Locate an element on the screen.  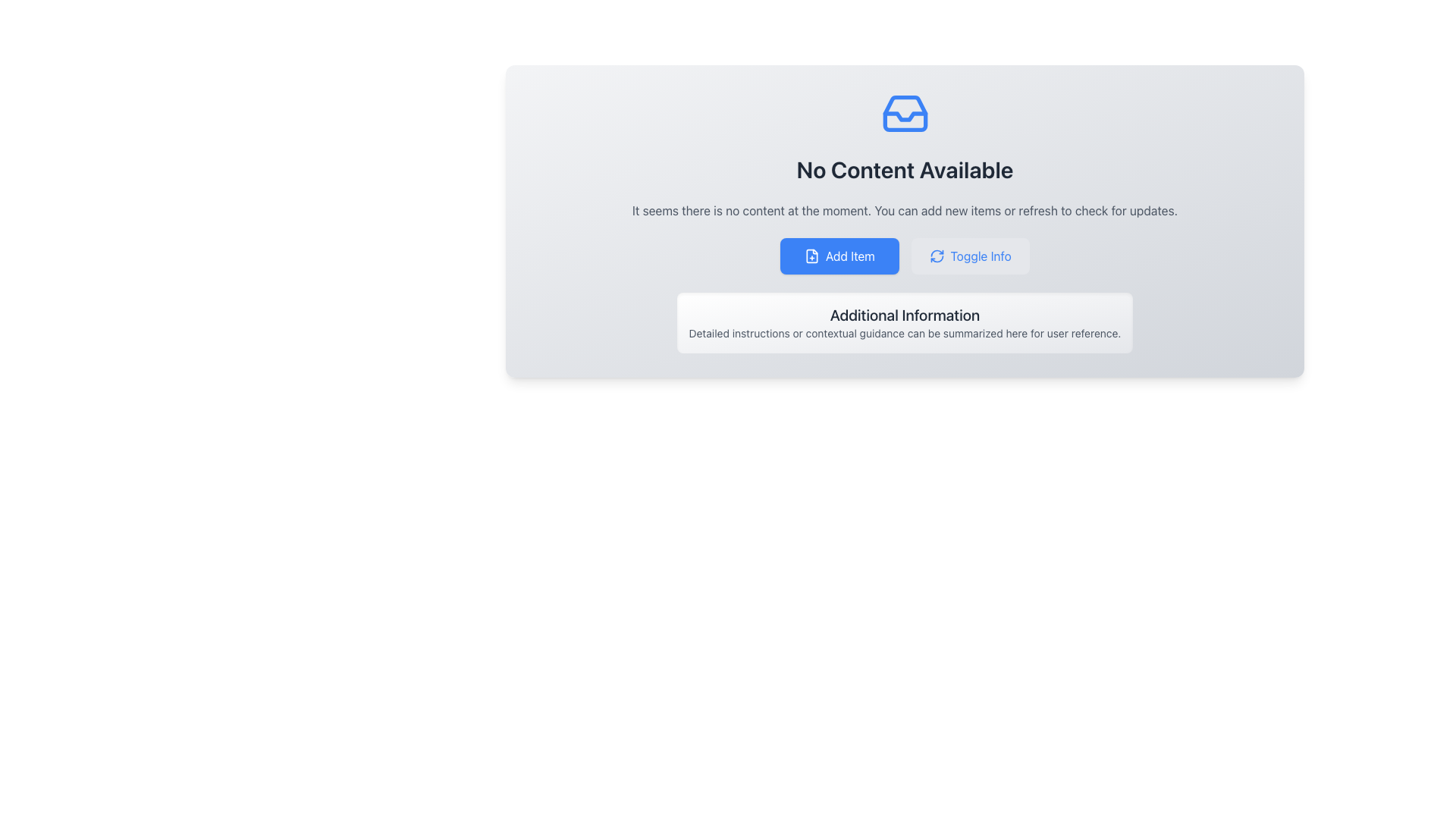
the decorative icon positioned above the 'No Content Available' text, centrally located in the informational panel is located at coordinates (905, 113).